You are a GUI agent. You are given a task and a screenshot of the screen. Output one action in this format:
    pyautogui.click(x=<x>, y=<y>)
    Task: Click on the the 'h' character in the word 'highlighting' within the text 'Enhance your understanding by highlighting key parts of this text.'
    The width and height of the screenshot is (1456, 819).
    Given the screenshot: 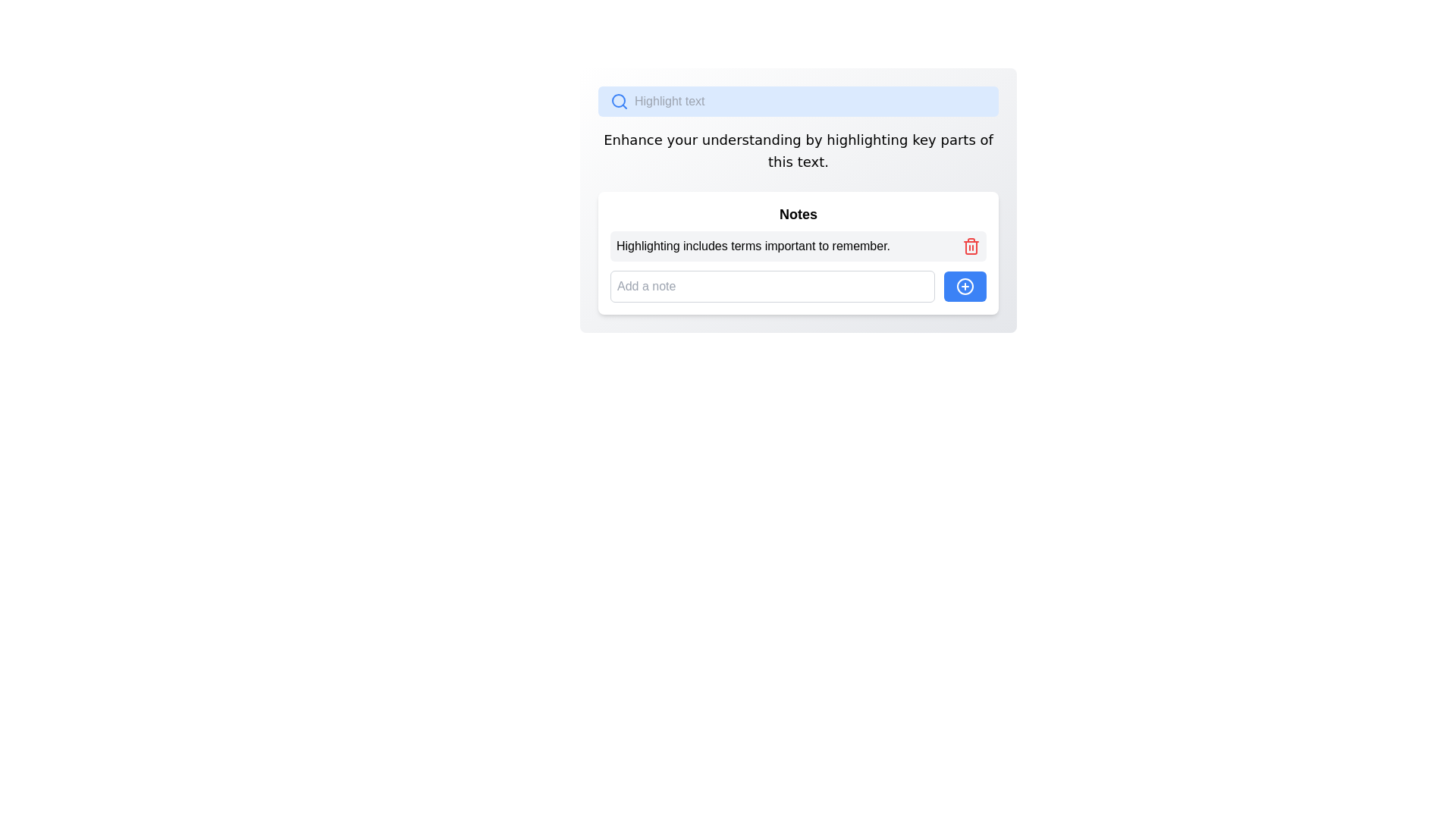 What is the action you would take?
    pyautogui.click(x=877, y=140)
    